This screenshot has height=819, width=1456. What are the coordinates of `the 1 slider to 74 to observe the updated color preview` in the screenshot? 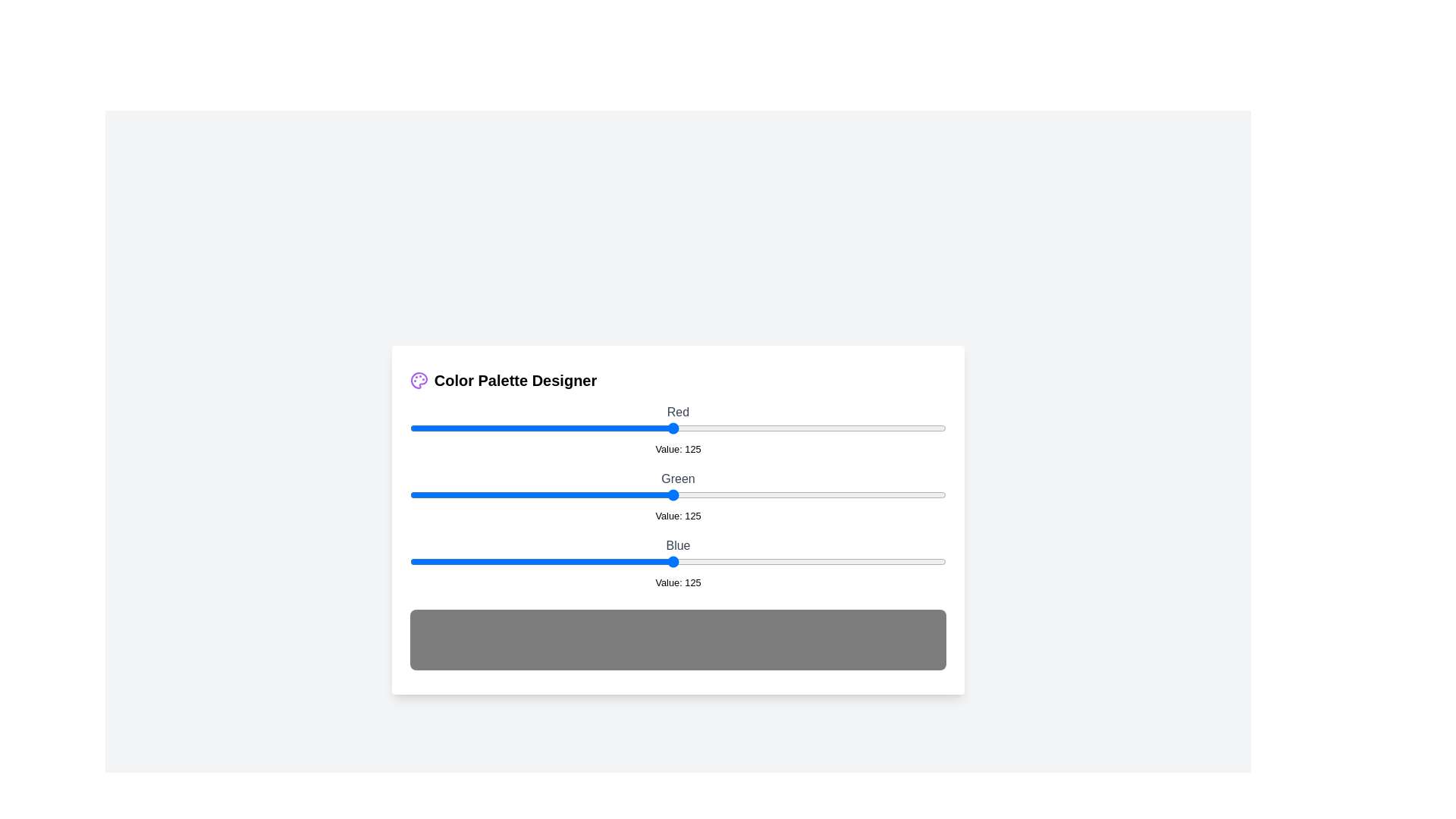 It's located at (565, 494).